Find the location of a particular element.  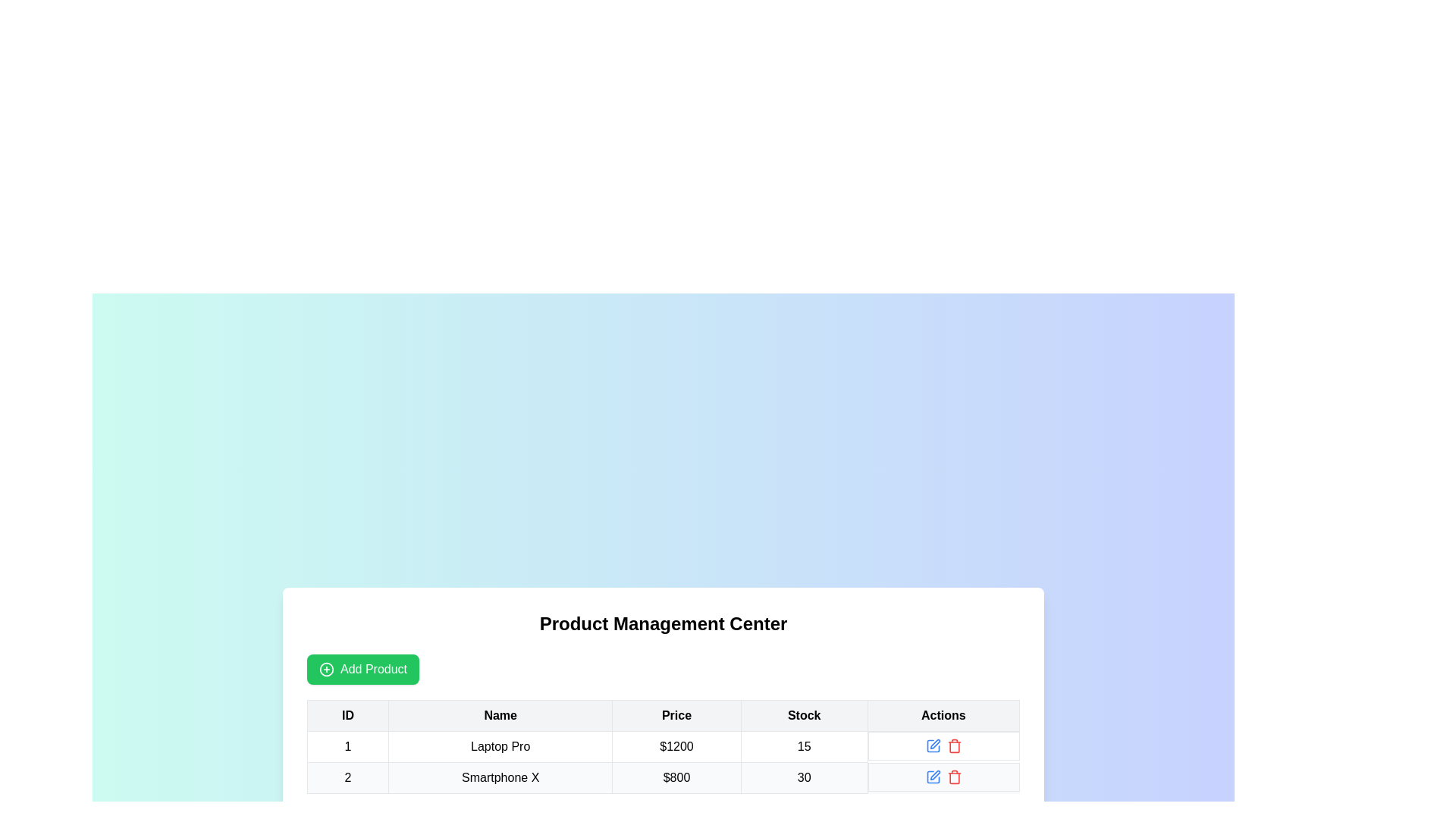

the table cell containing the text '2', which is styled with a border and padding, located in the second row of the table directly below the 'ID' header is located at coordinates (347, 778).